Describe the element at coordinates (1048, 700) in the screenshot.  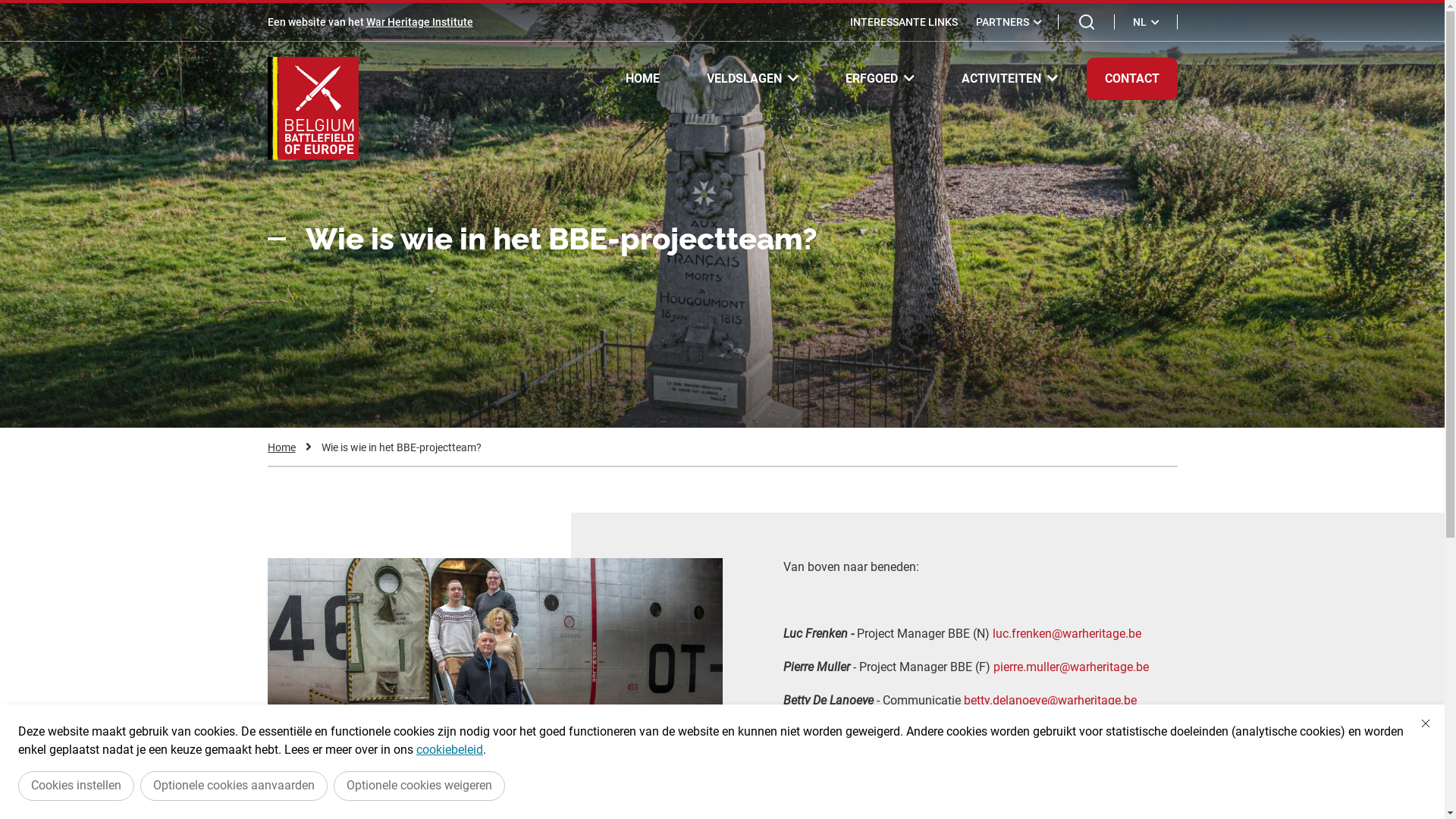
I see `'betty.delanoeye@warheritage.be'` at that location.